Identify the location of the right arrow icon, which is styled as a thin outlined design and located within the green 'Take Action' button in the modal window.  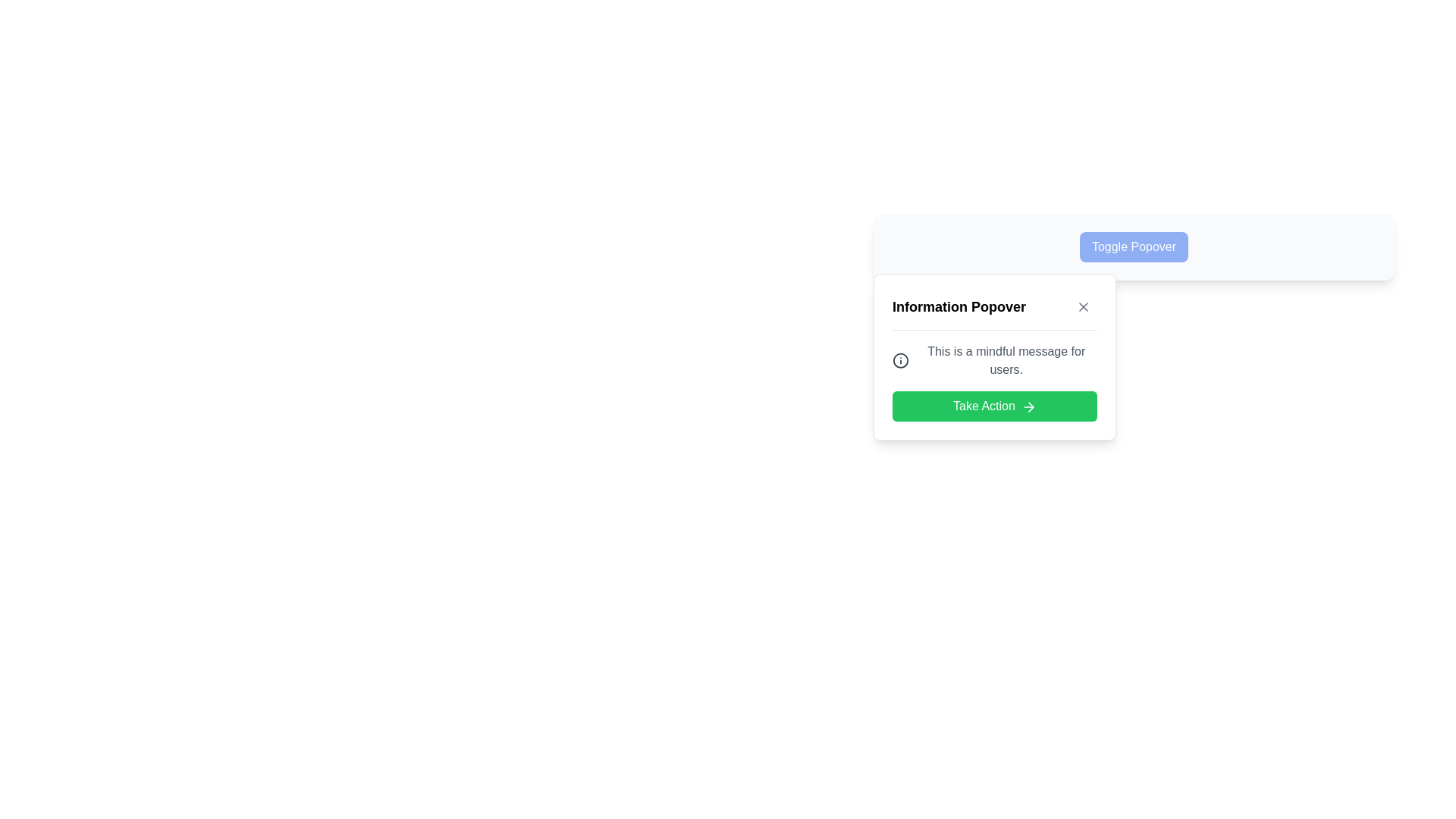
(1028, 406).